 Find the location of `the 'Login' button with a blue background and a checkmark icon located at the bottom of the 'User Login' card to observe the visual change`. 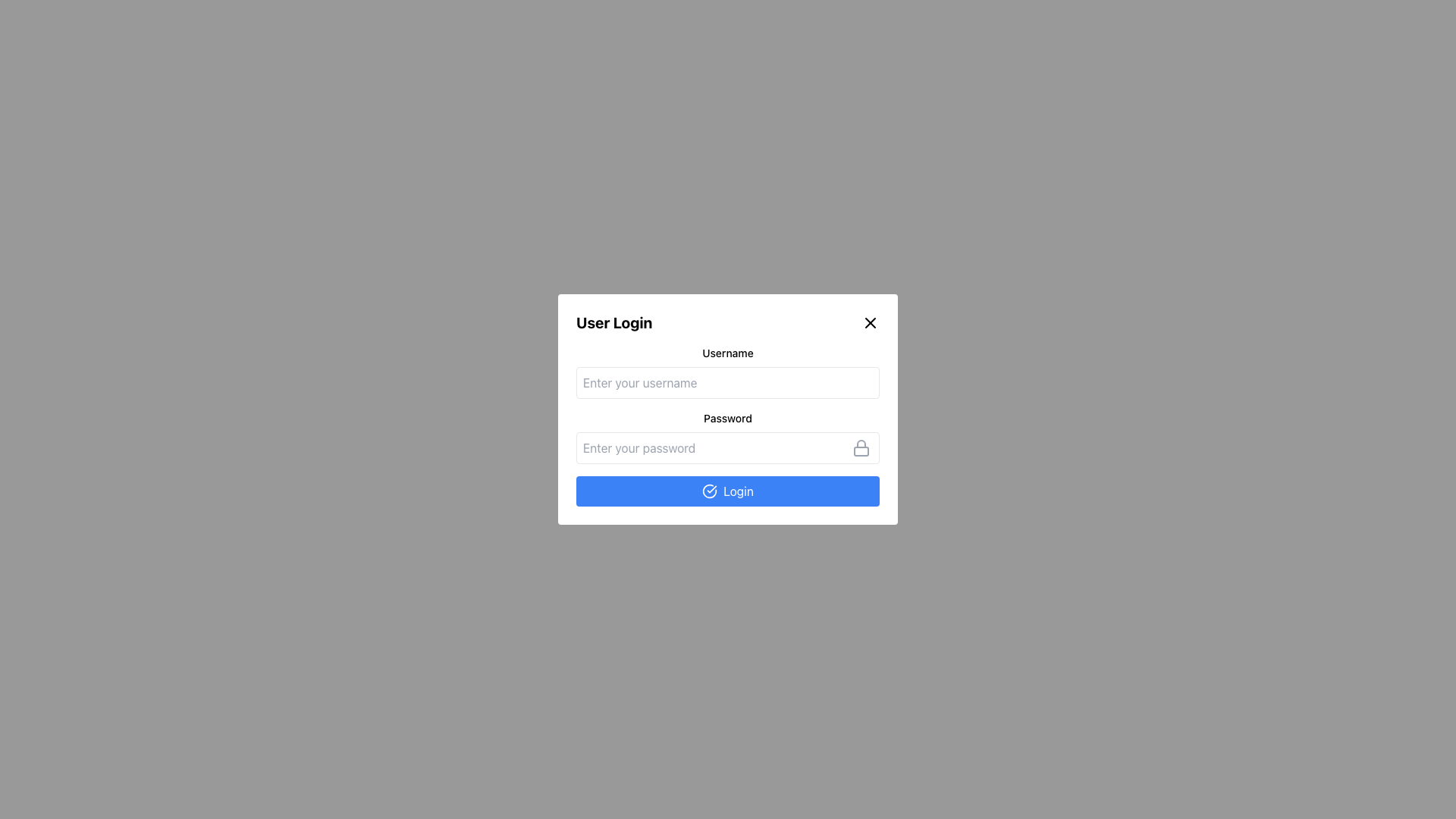

the 'Login' button with a blue background and a checkmark icon located at the bottom of the 'User Login' card to observe the visual change is located at coordinates (728, 491).